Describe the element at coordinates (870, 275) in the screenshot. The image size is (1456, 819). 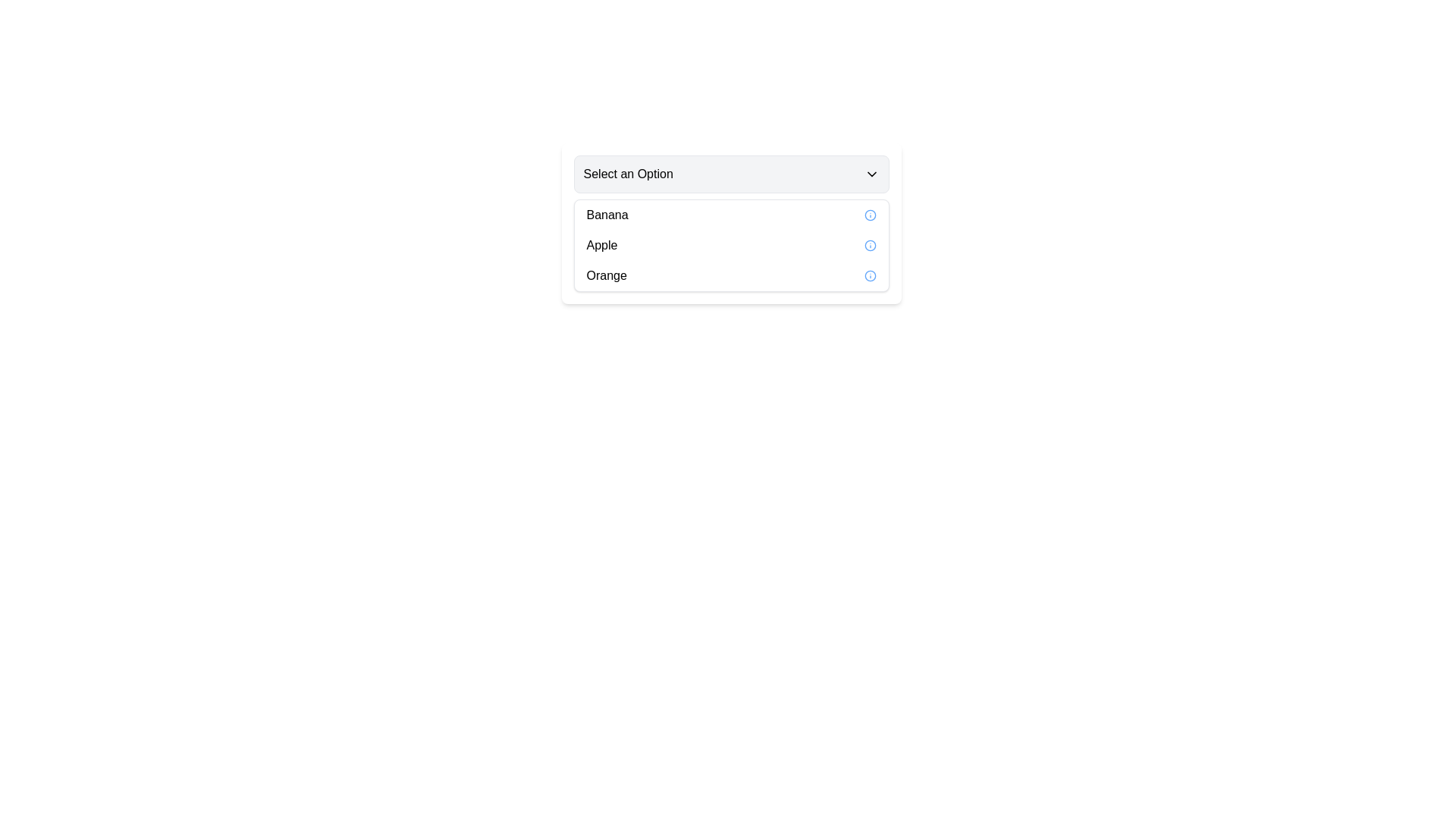
I see `the informational tooltip icon located to the right of the 'Orange' option in the dropdown menu` at that location.